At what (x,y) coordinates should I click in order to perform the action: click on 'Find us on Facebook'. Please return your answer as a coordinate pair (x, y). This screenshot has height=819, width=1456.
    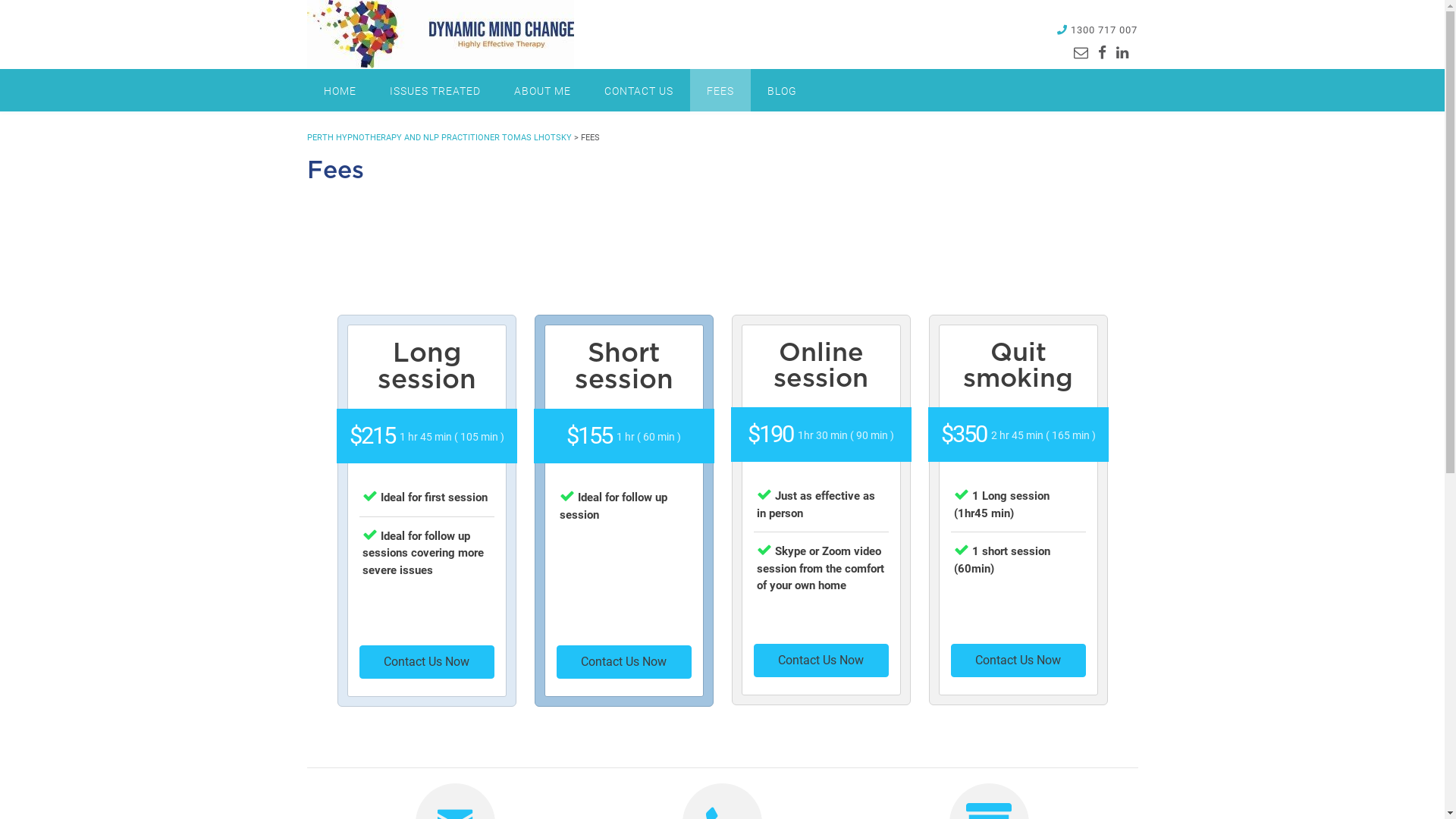
    Looking at the image, I should click on (1102, 52).